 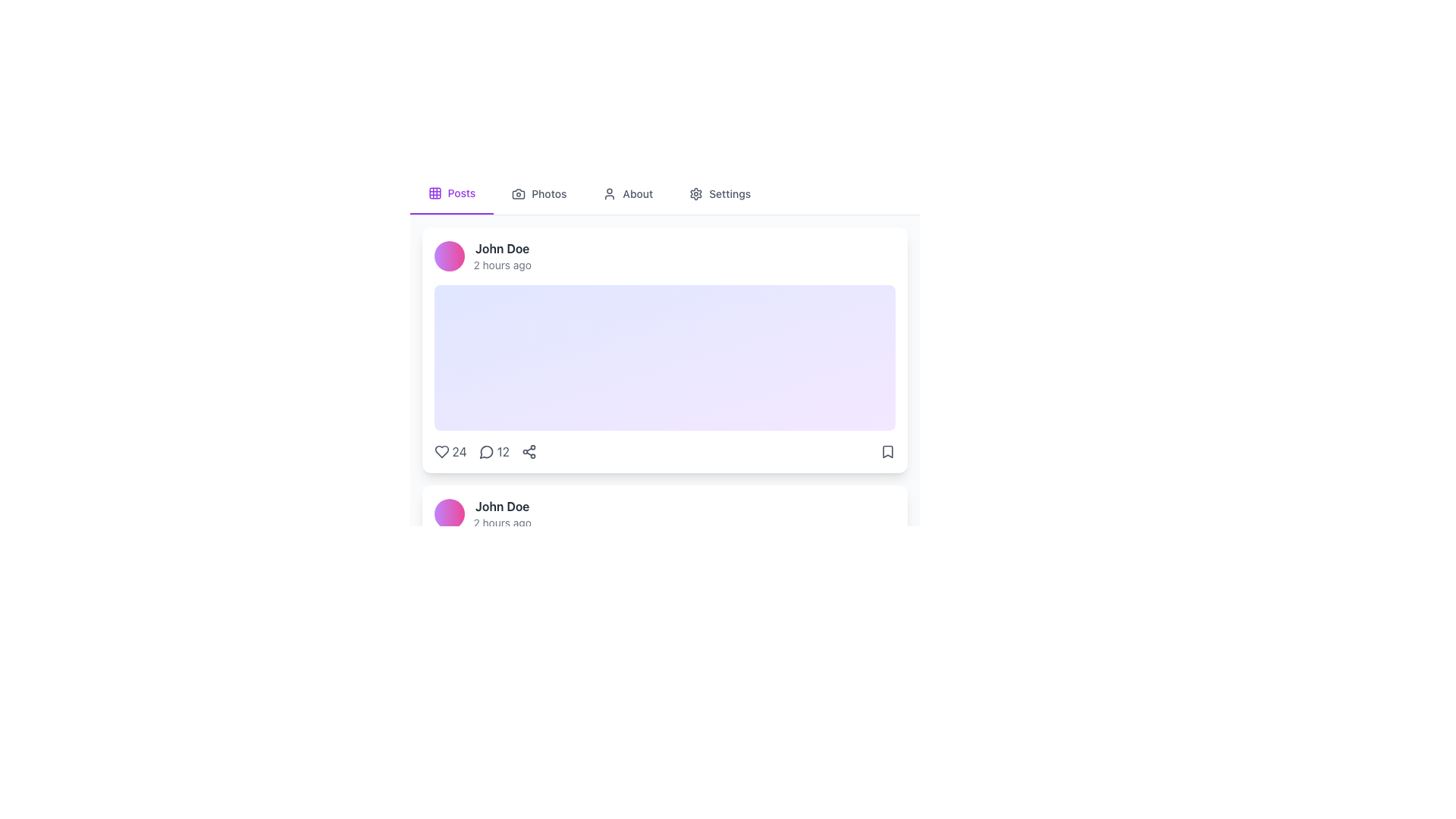 I want to click on the share icon button located at the bottom right corner of the user's post card, so click(x=529, y=451).